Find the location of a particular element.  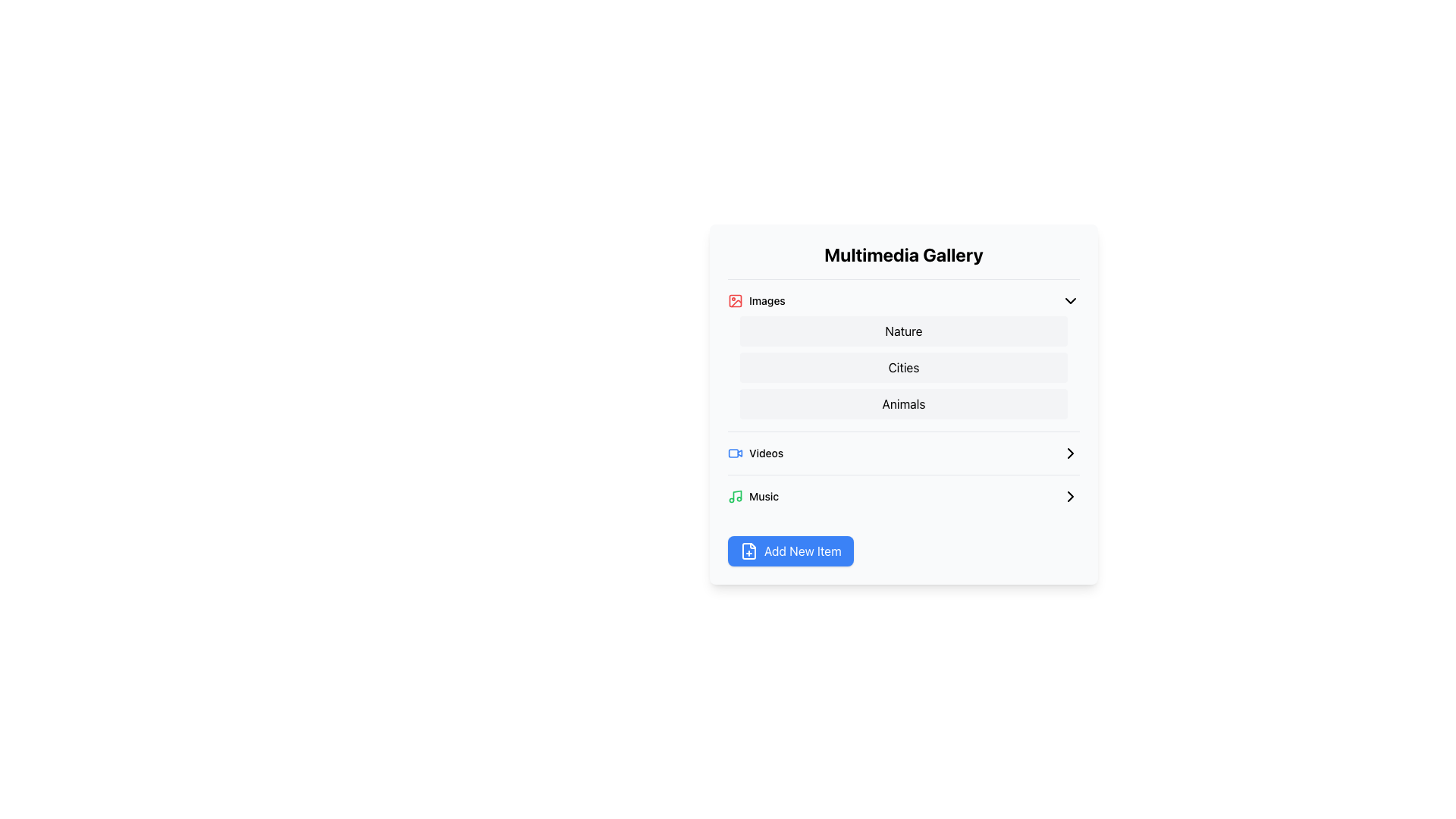

the 'Images', 'Videos', or 'Music' categories in the 'Multimedia Gallery' is located at coordinates (903, 403).